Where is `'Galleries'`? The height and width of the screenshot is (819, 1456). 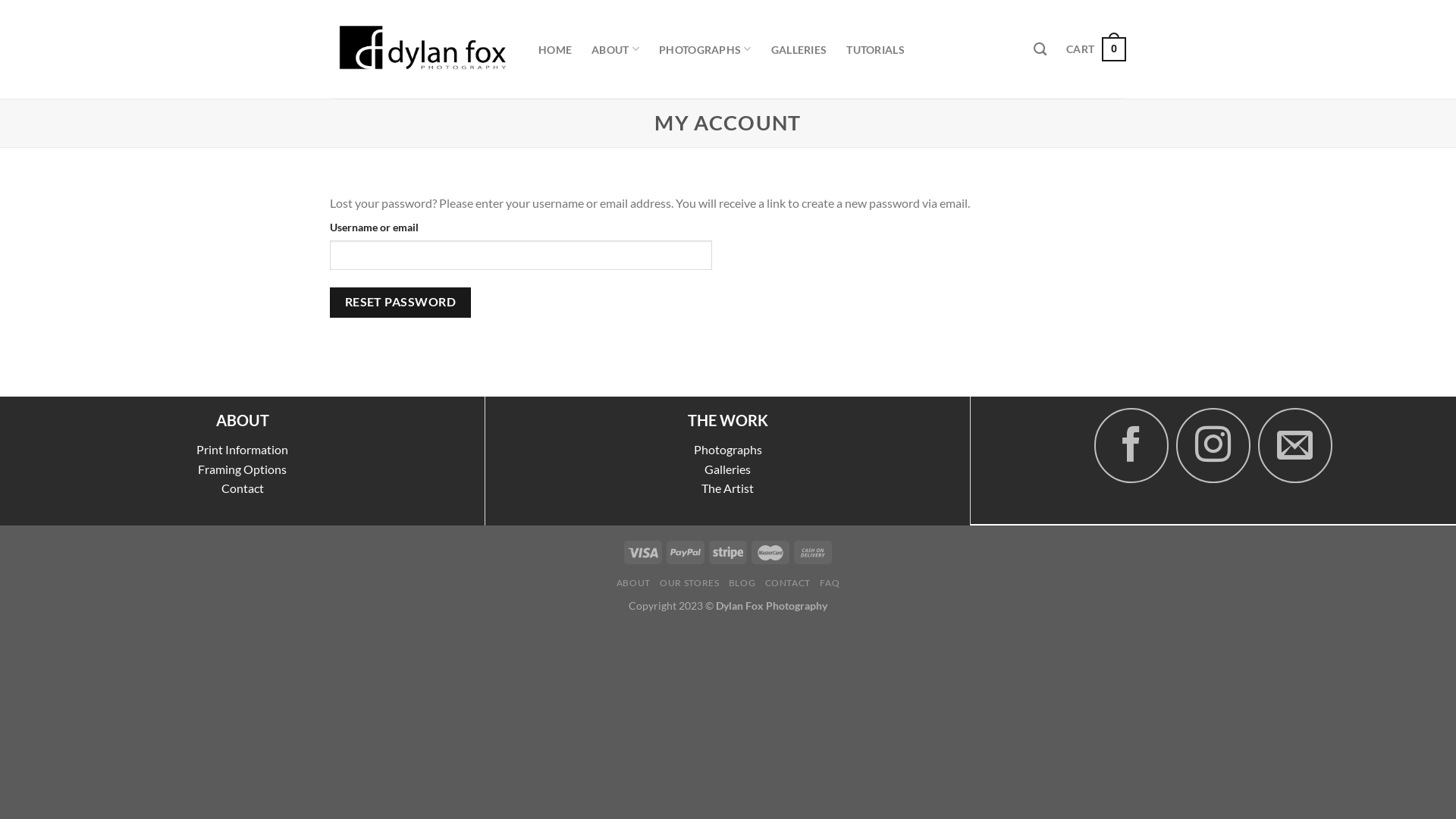
'Galleries' is located at coordinates (726, 468).